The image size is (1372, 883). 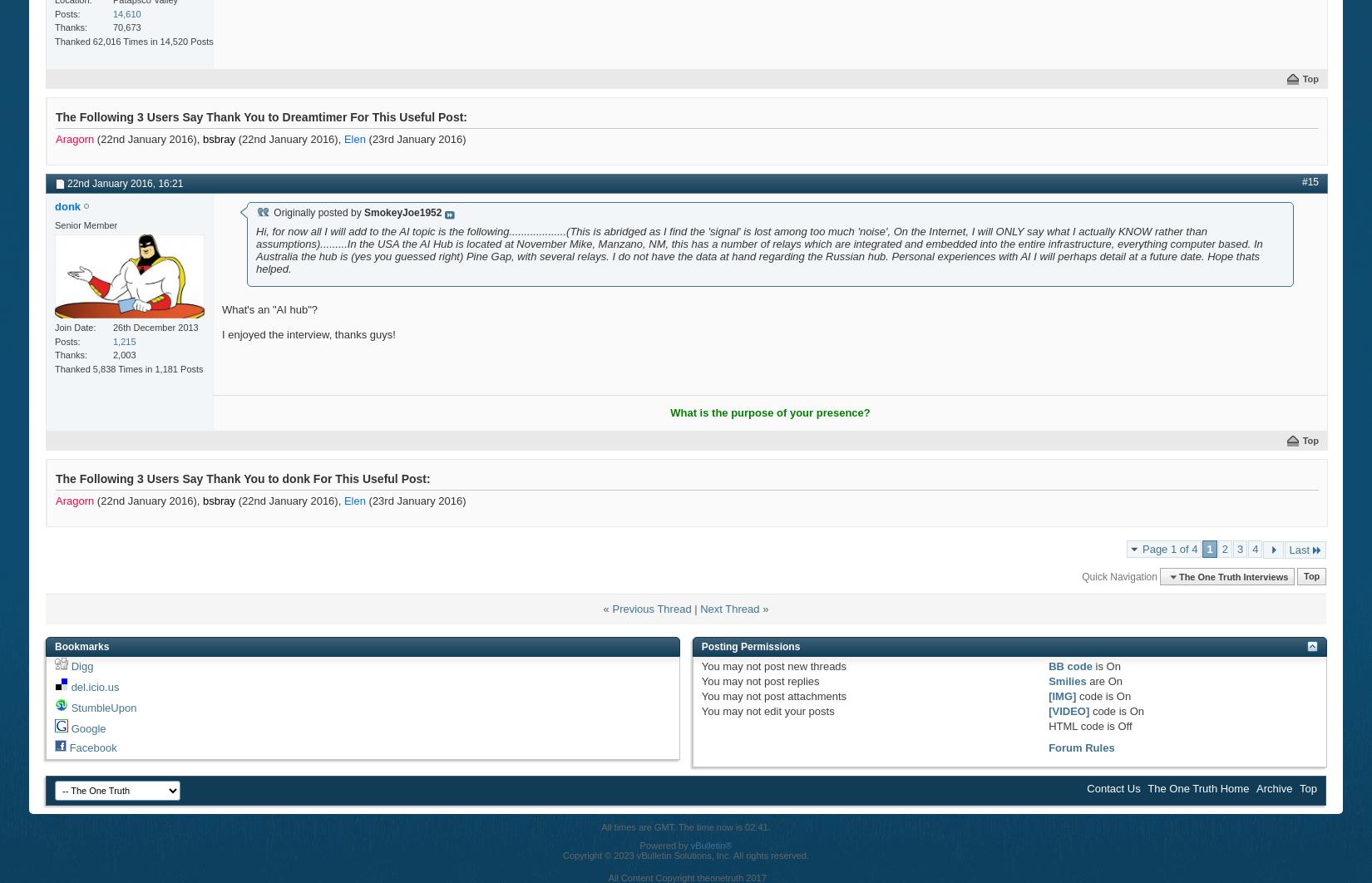 I want to click on 'post attachments', so click(x=803, y=695).